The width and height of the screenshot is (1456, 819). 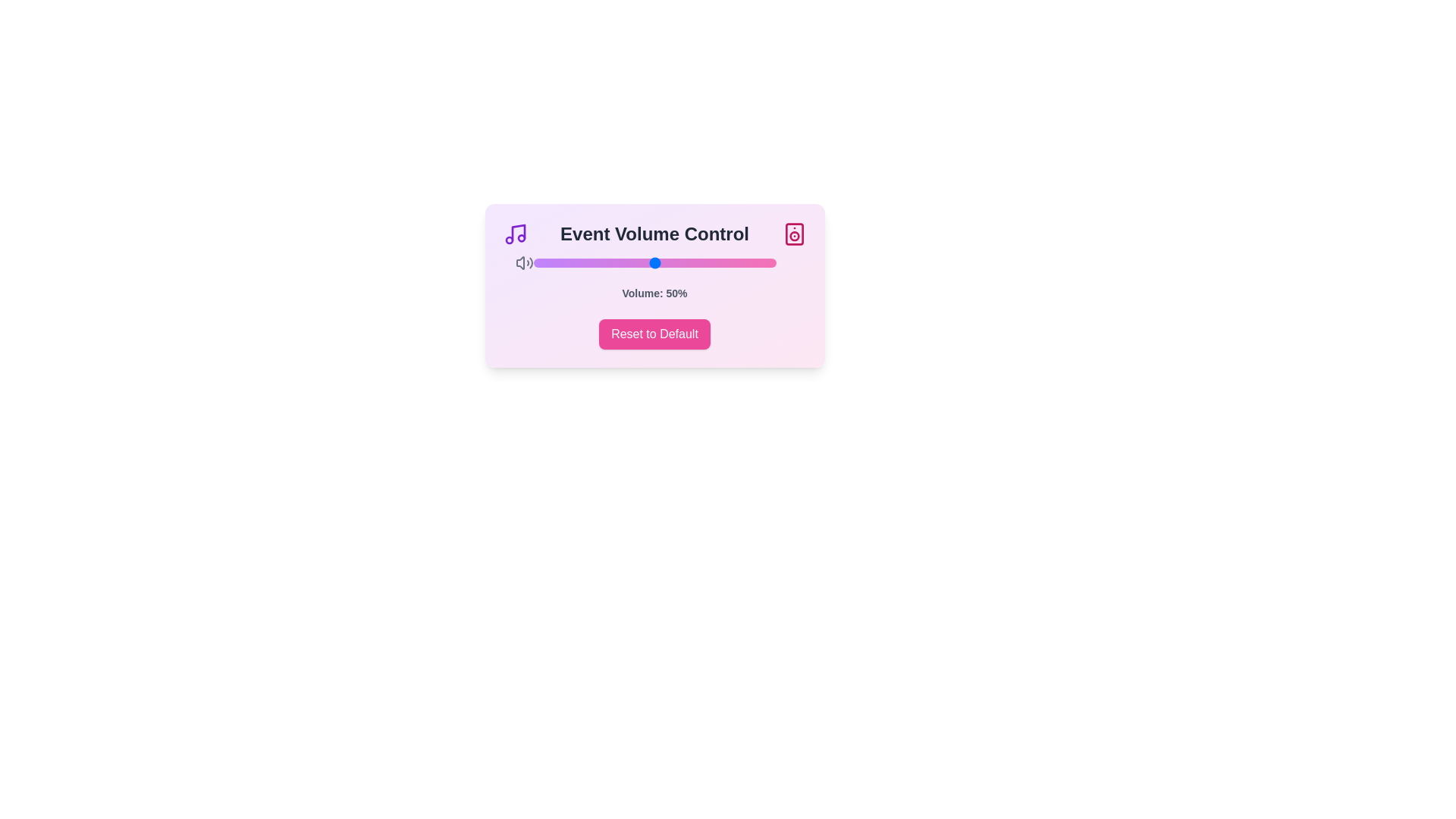 I want to click on the volume icon to inspect its behavior, so click(x=524, y=262).